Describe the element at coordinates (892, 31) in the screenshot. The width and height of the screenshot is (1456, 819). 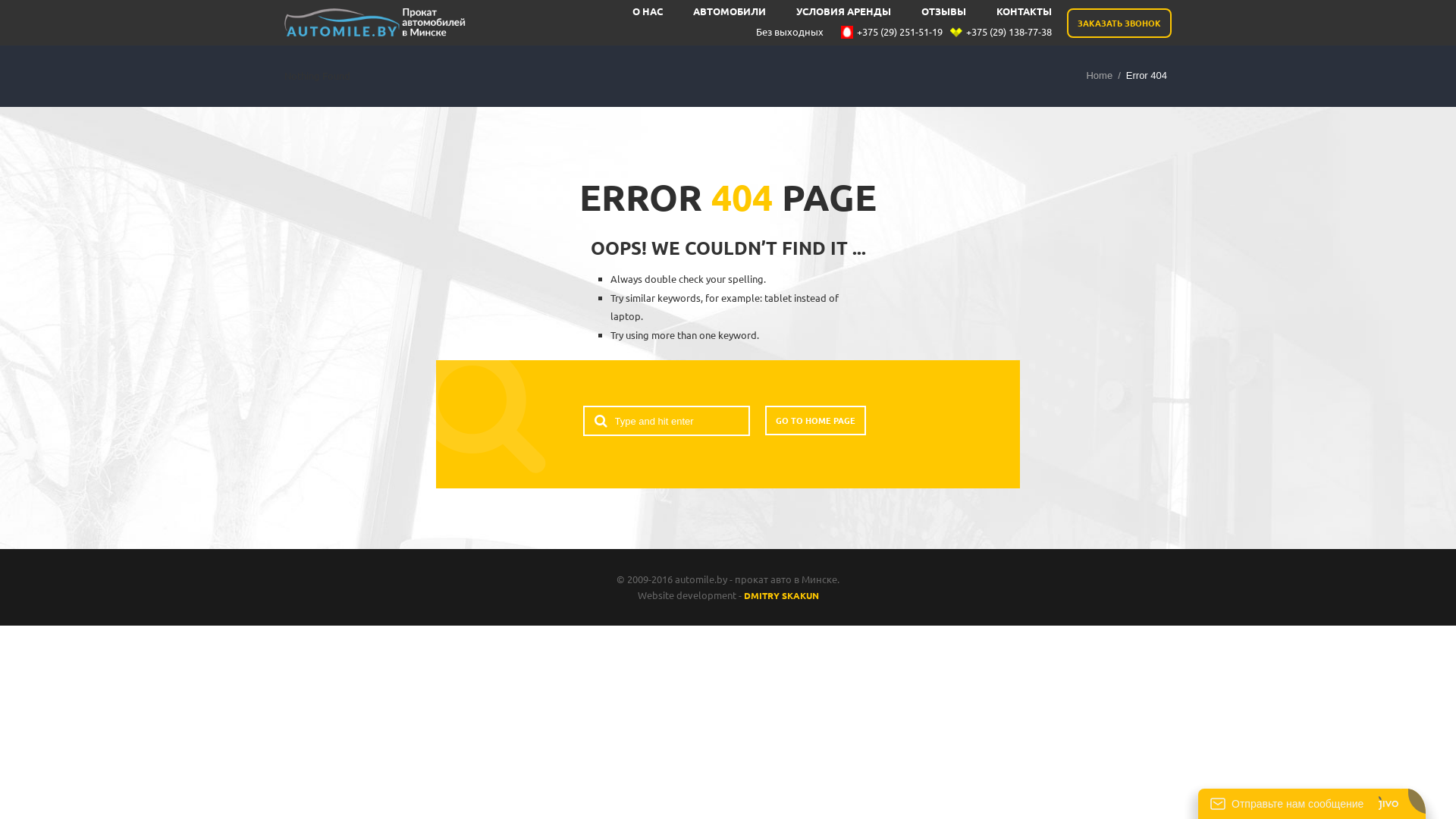
I see `'+375 (29) 251-51-19'` at that location.